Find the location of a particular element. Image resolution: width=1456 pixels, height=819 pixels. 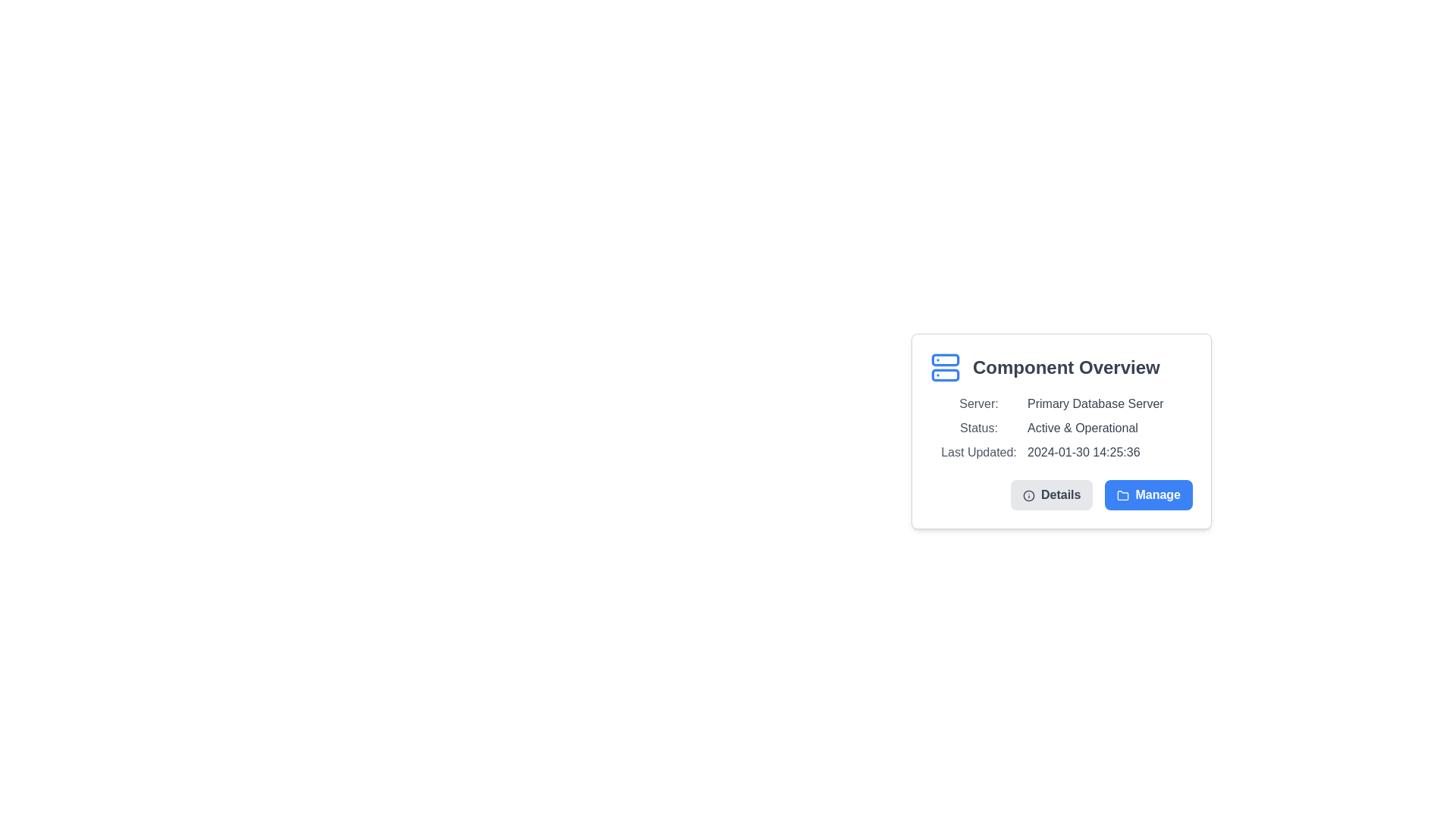

the decorative rectangle within the server icon, which is positioned directly below the first tier of the icon is located at coordinates (945, 375).